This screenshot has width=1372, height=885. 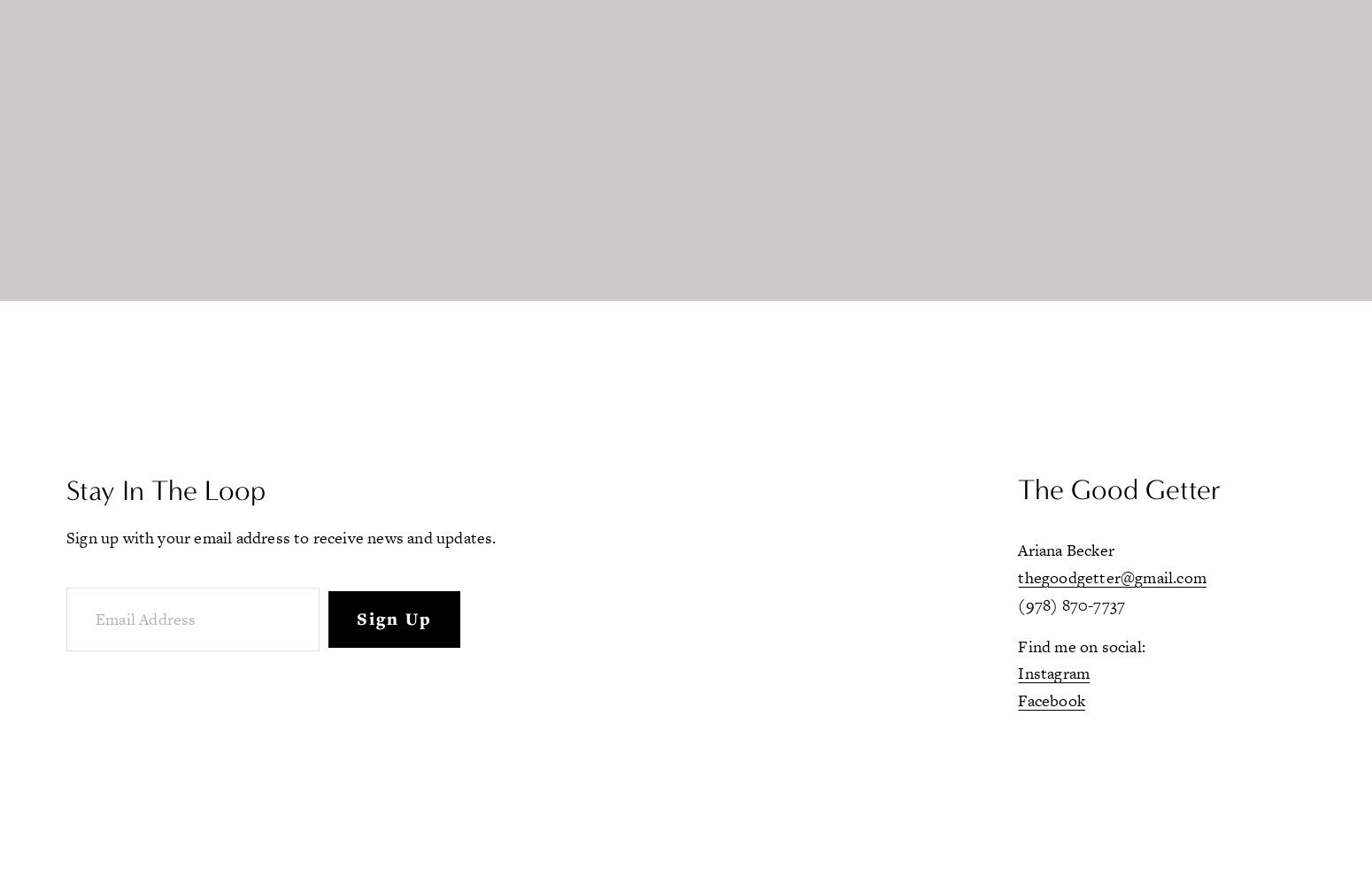 I want to click on 'Blog', so click(x=197, y=139).